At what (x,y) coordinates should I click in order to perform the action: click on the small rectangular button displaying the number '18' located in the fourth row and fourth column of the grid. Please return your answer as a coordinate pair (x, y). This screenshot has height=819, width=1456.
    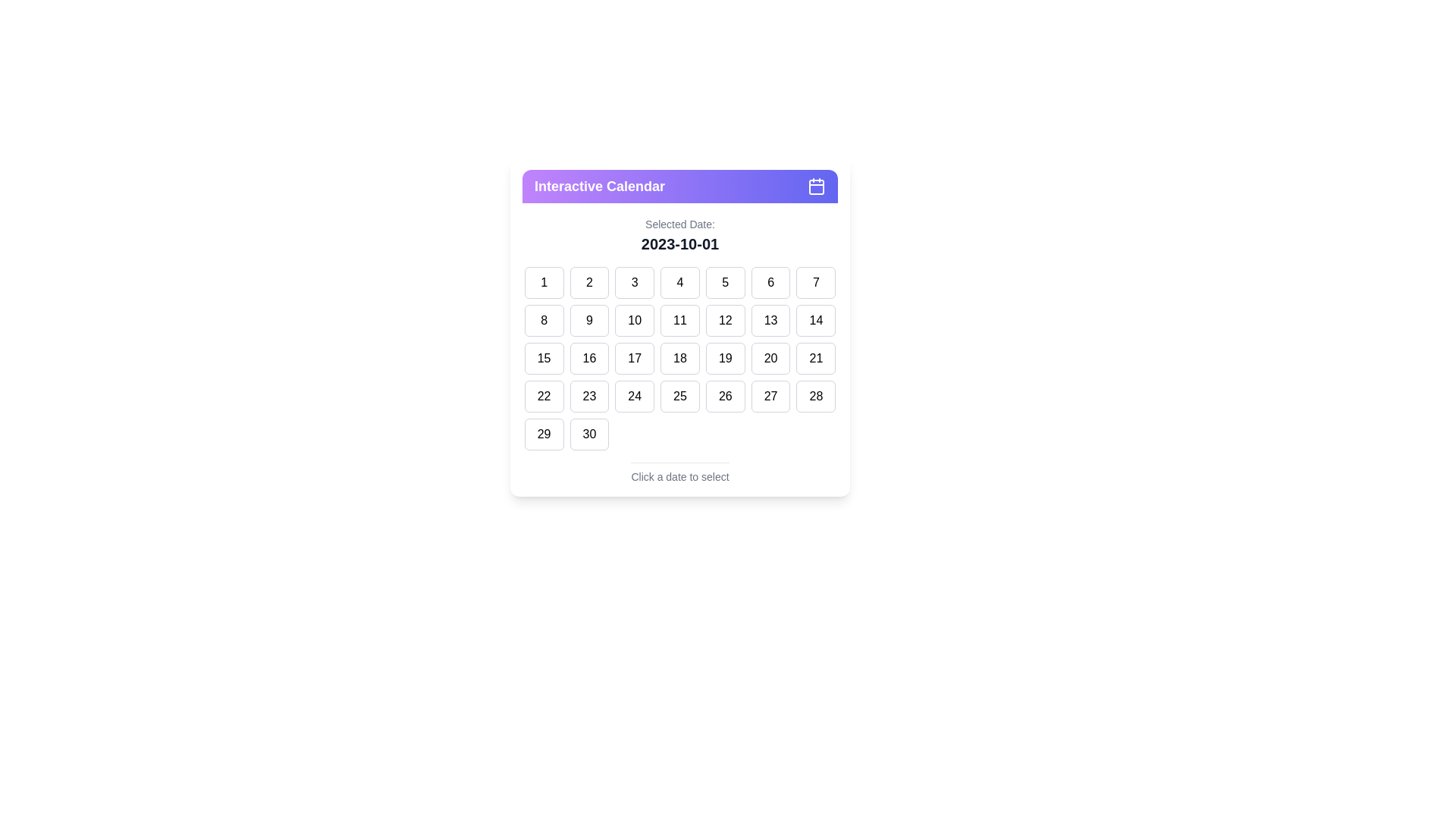
    Looking at the image, I should click on (679, 359).